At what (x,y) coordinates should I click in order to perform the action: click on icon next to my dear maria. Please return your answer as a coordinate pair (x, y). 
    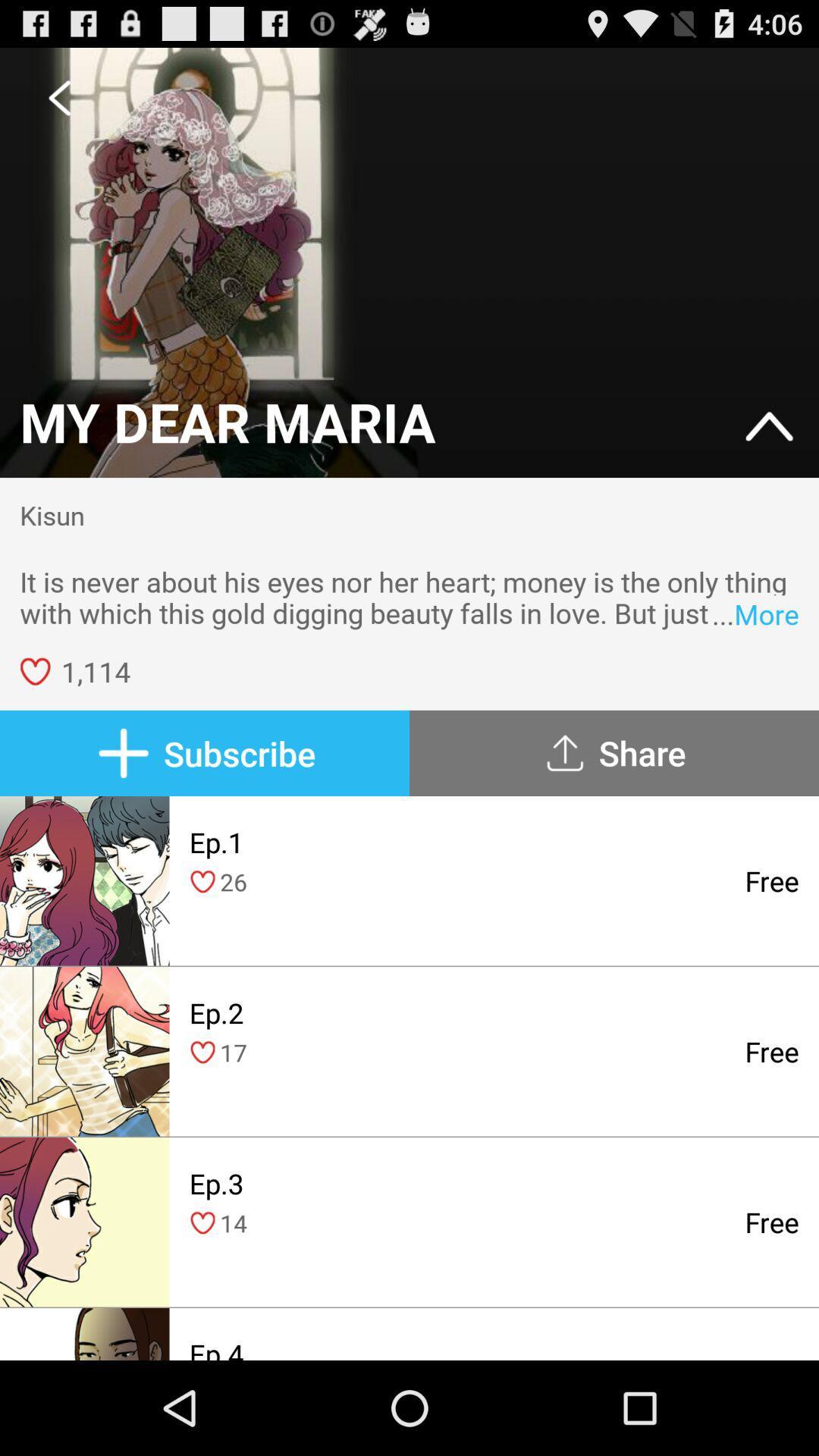
    Looking at the image, I should click on (769, 427).